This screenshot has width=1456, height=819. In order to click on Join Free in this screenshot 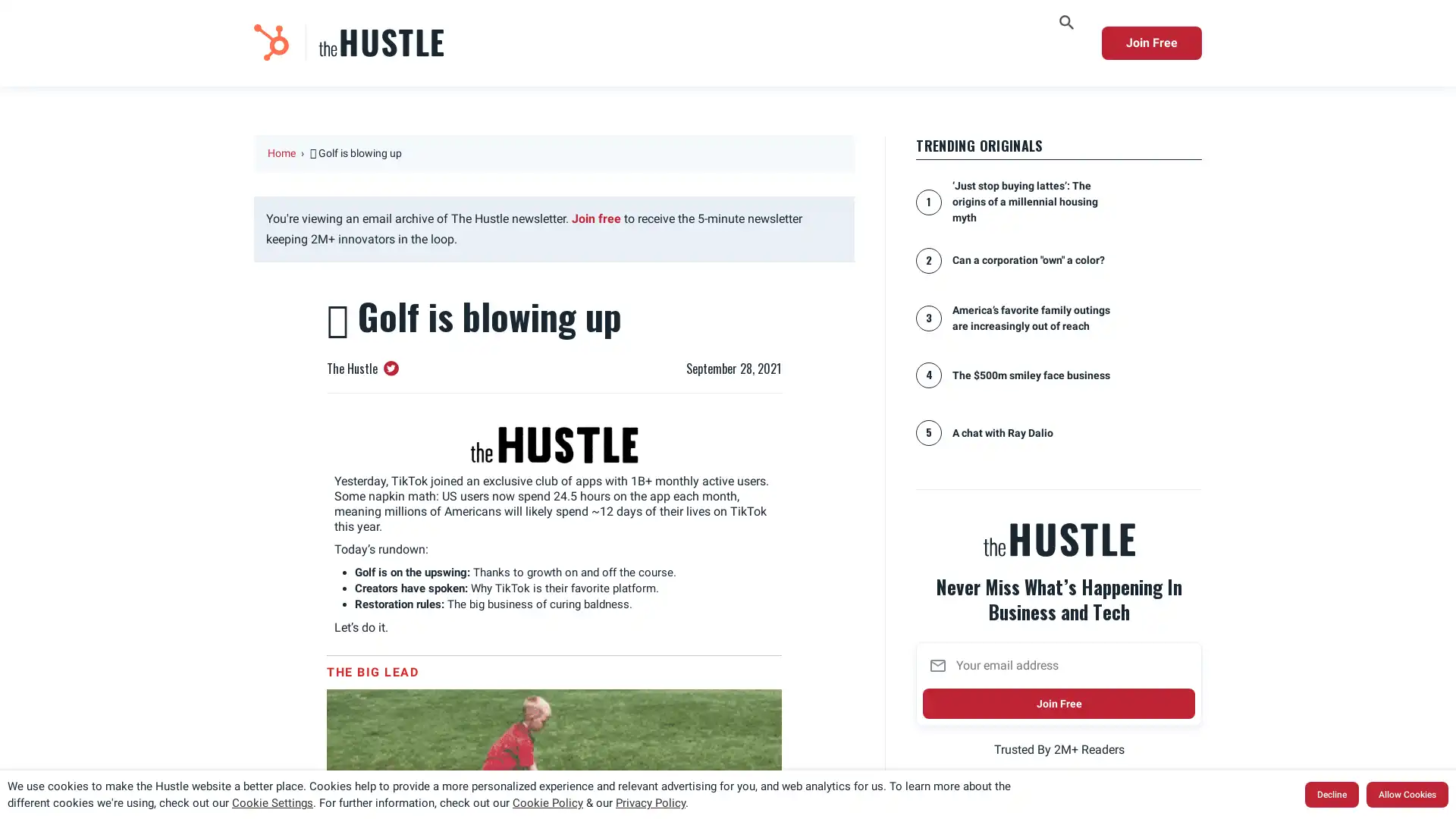, I will do `click(1058, 708)`.